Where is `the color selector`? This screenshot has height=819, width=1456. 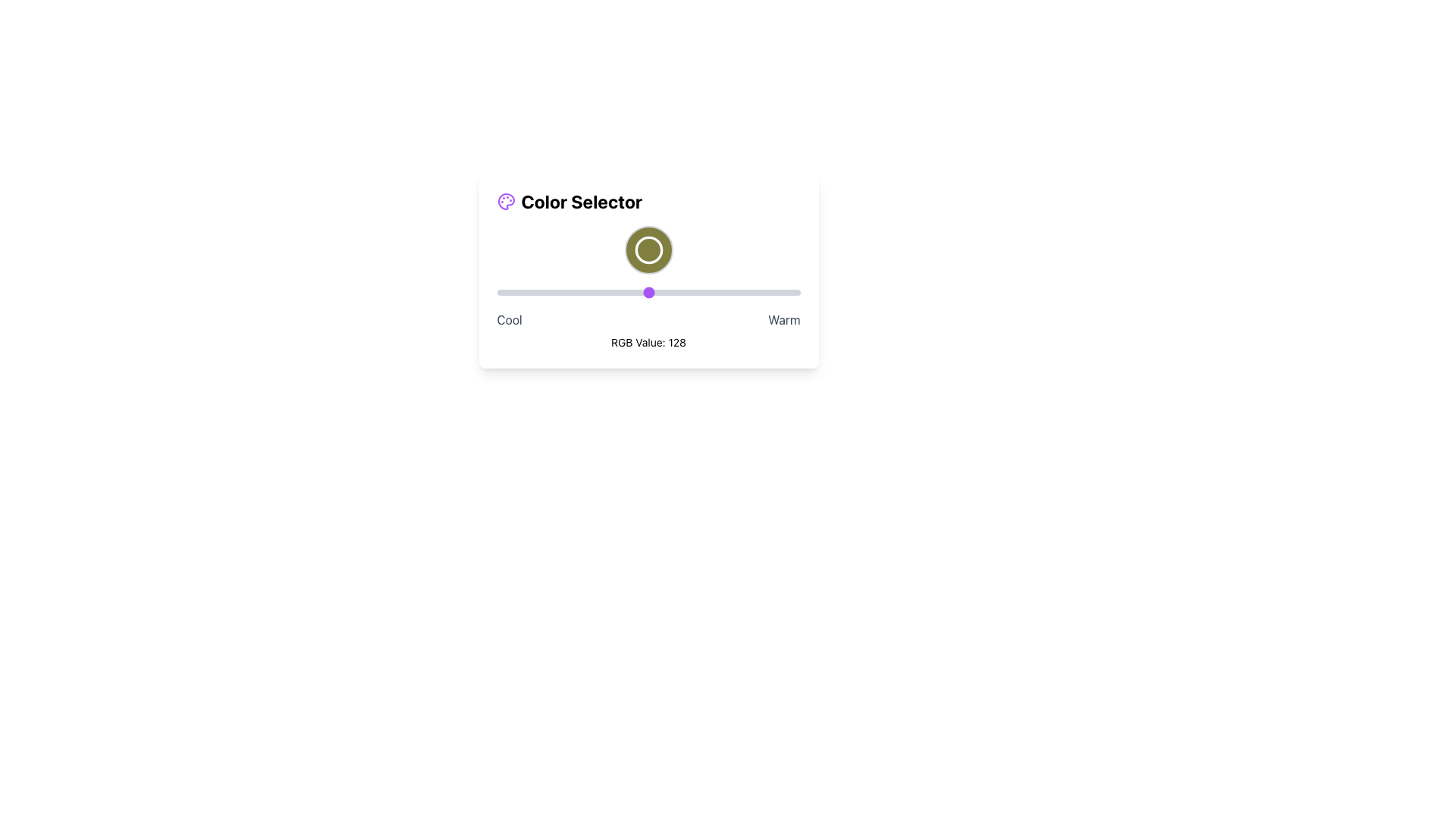 the color selector is located at coordinates (788, 292).